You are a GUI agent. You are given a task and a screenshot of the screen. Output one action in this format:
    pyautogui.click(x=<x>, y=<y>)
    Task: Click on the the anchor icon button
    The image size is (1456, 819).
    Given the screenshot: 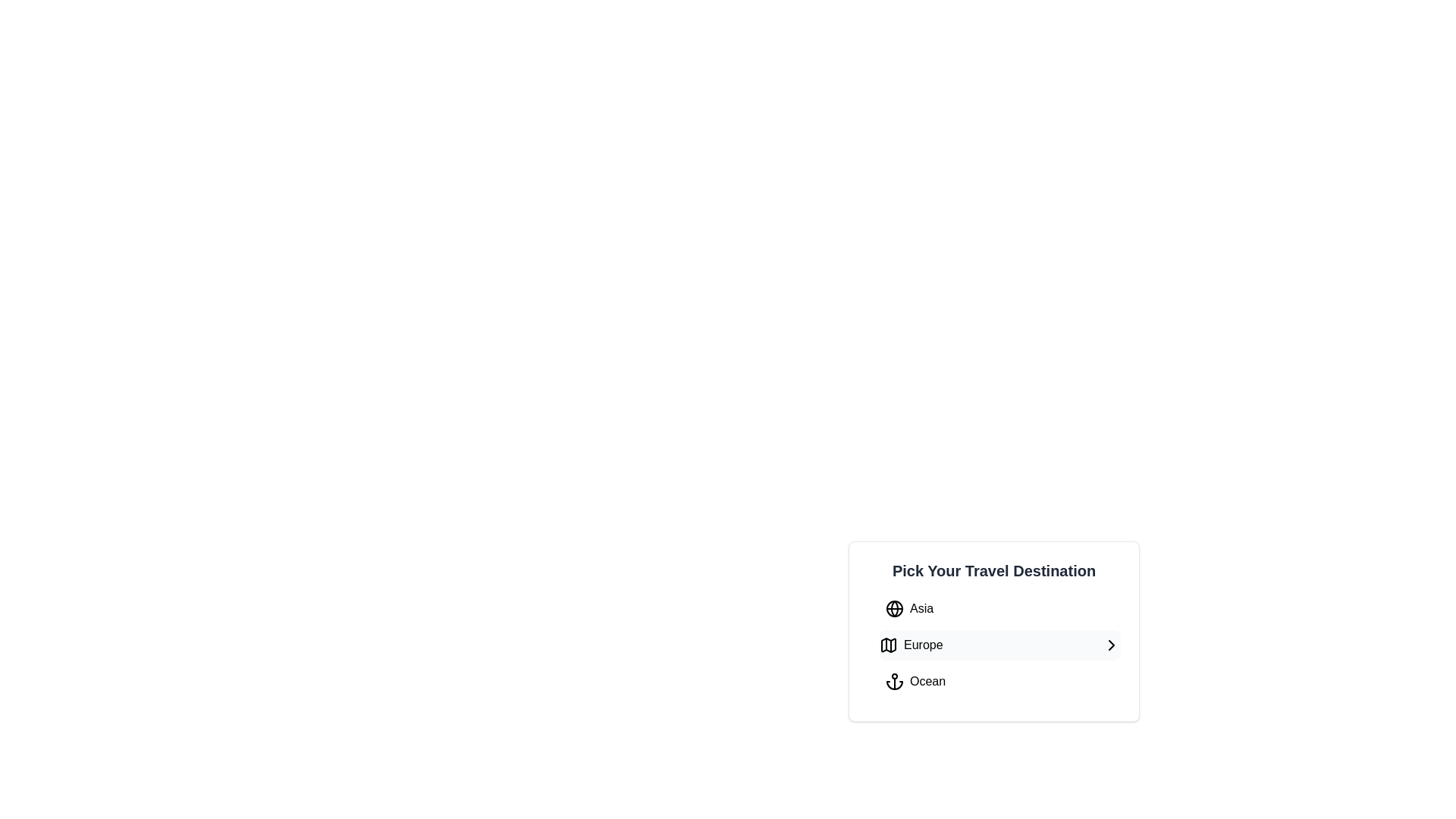 What is the action you would take?
    pyautogui.click(x=895, y=680)
    